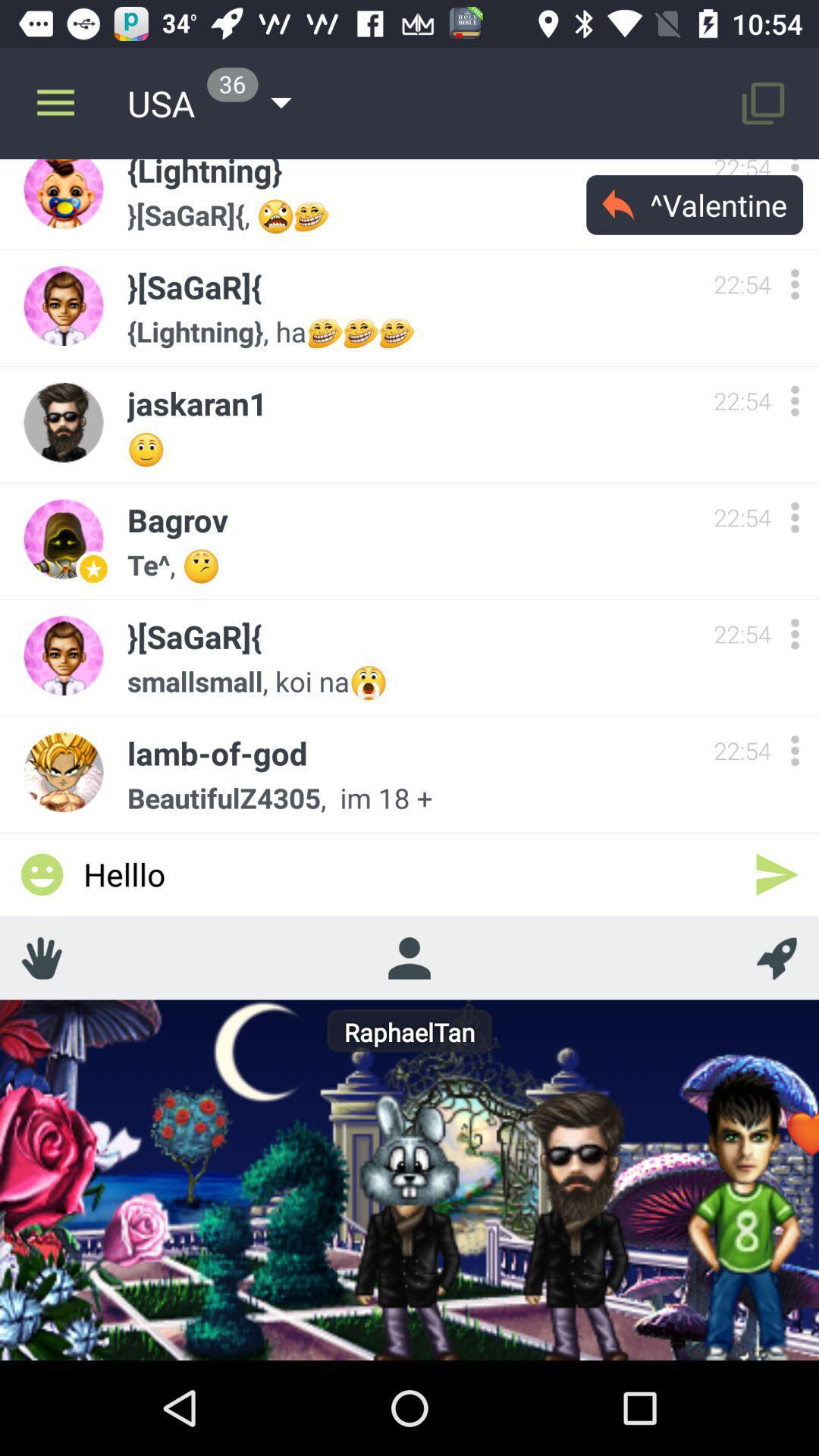  What do you see at coordinates (794, 634) in the screenshot?
I see `the more icon` at bounding box center [794, 634].